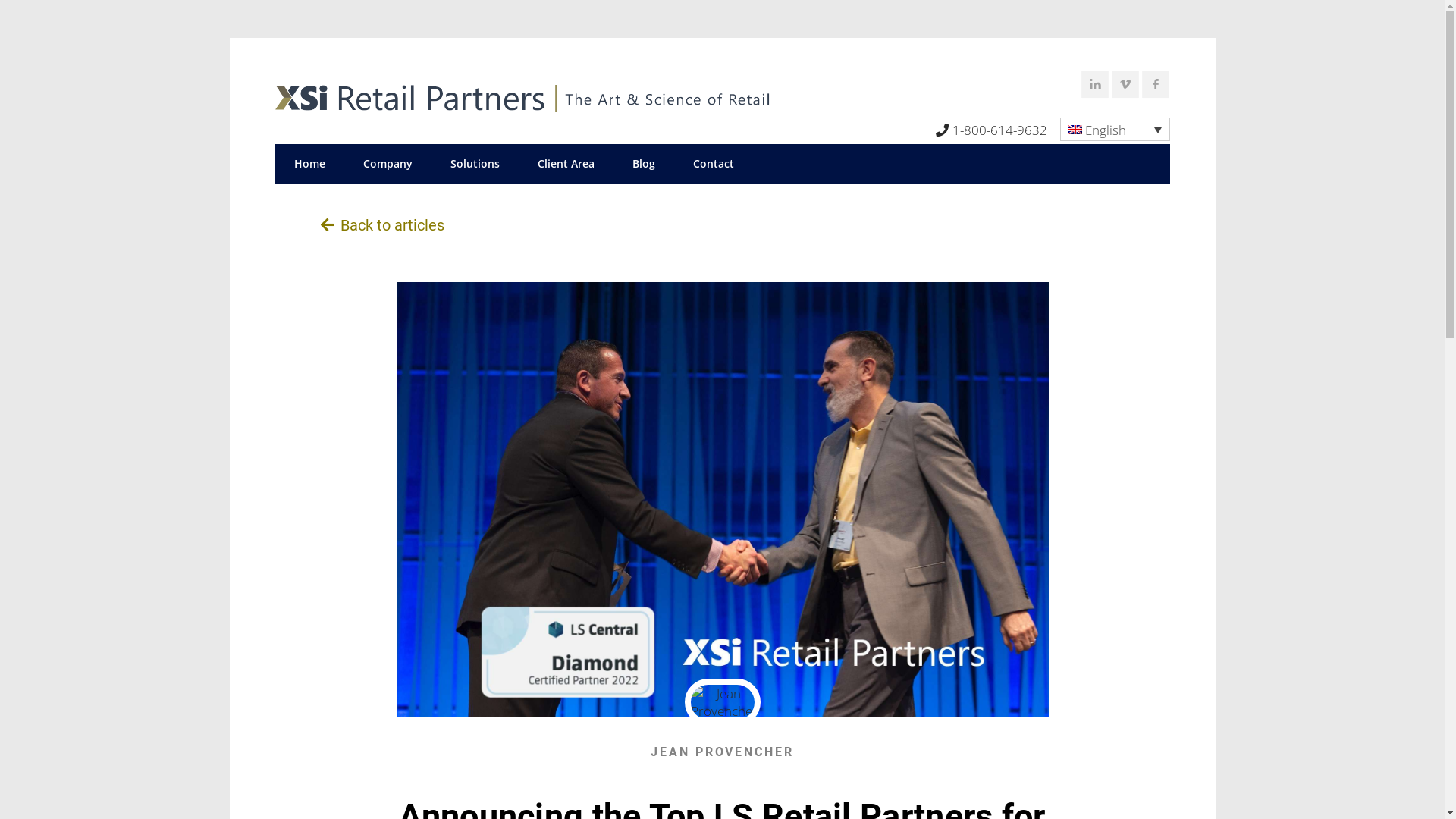 The image size is (1456, 819). I want to click on 'Blog', so click(643, 164).